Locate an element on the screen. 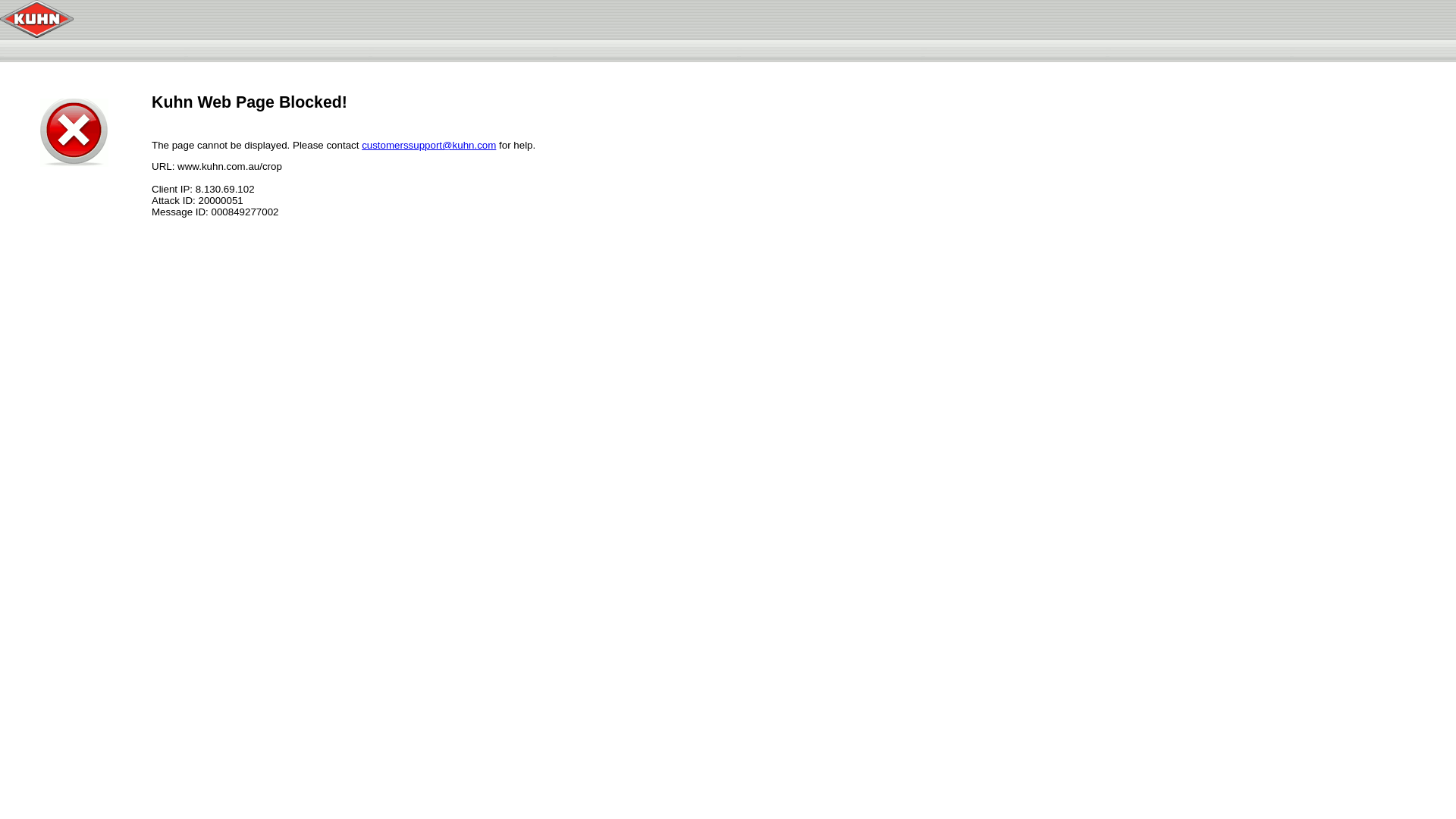 The height and width of the screenshot is (819, 1456). 'customerssupport@kuhn.com' is located at coordinates (428, 145).